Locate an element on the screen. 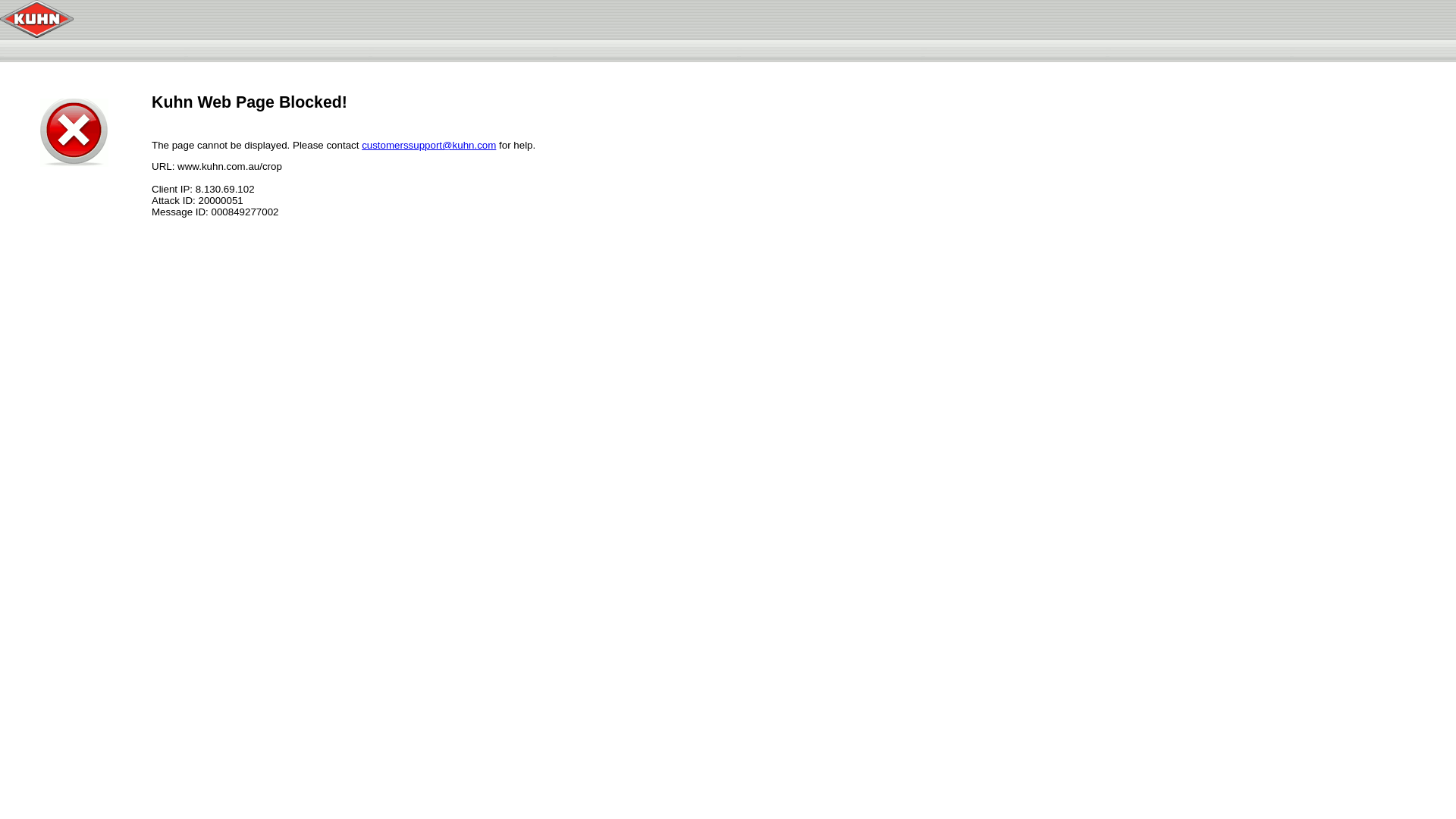 The height and width of the screenshot is (819, 1456). 'customerssupport@kuhn.com' is located at coordinates (428, 145).